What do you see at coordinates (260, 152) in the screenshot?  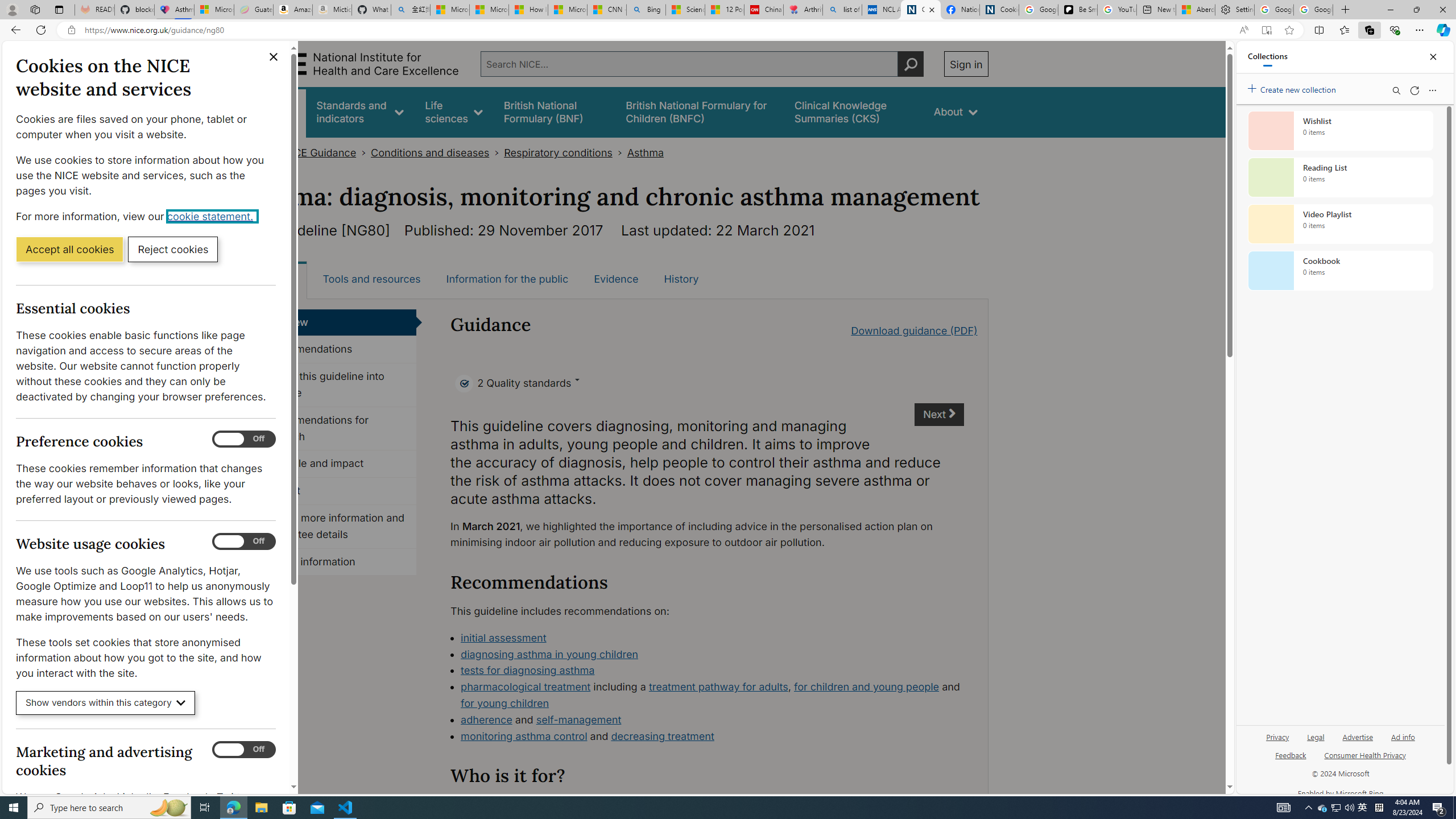 I see `'Home>'` at bounding box center [260, 152].